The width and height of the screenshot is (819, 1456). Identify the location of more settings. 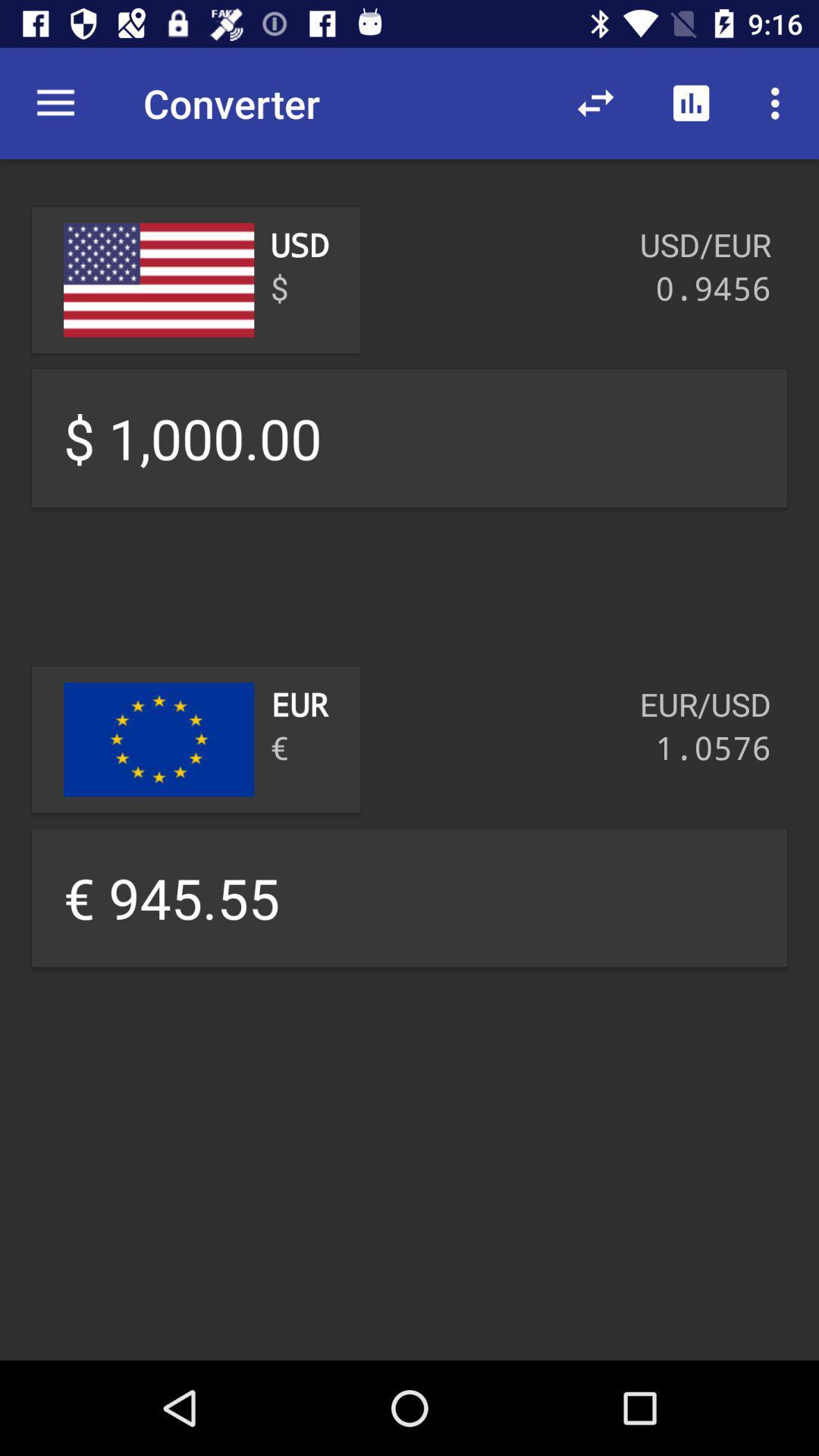
(779, 103).